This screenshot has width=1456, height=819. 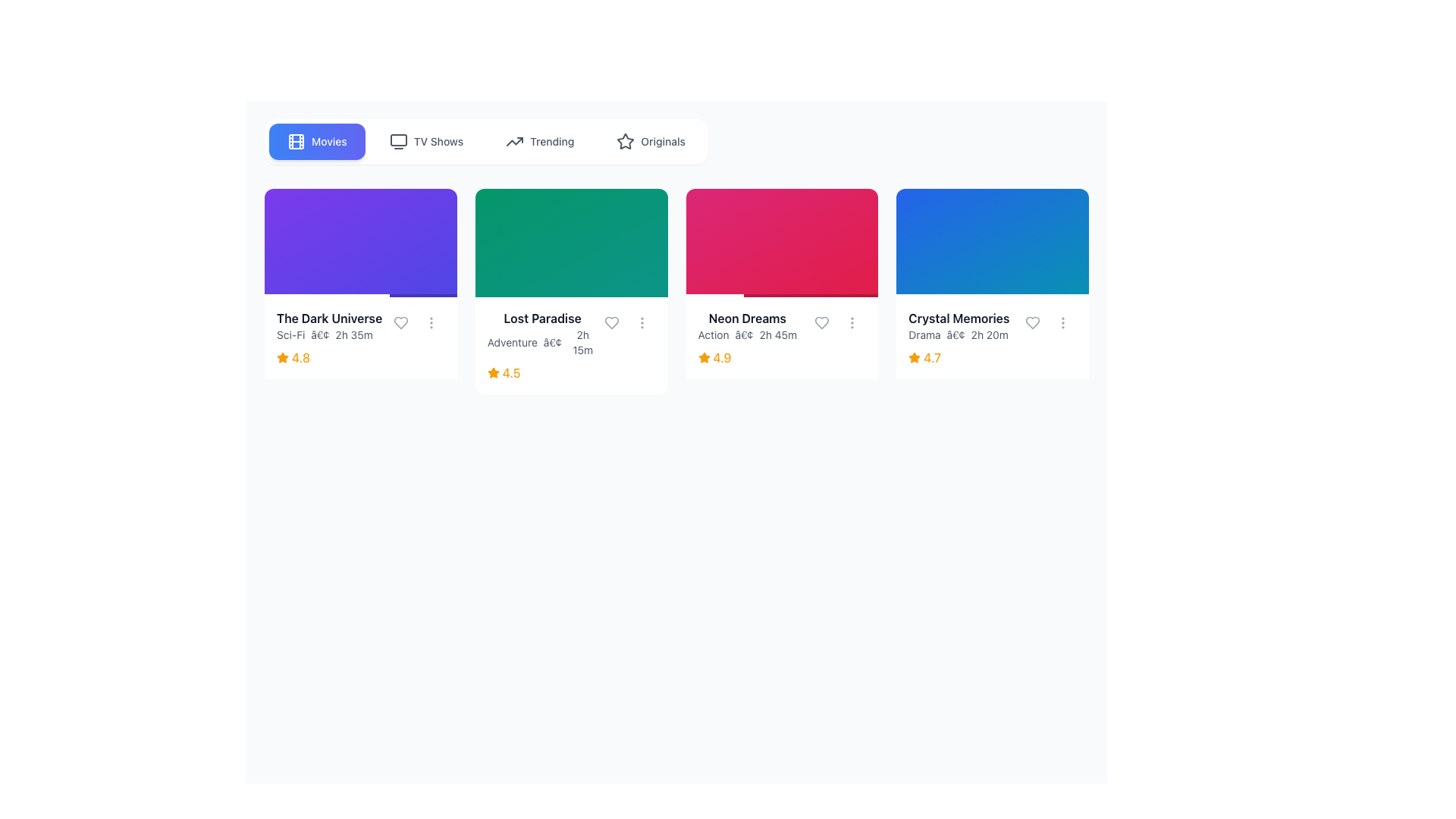 I want to click on rating value displayed as '4.5' in a medium font weight with a yellowish-orange color, located next to a star icon under the 'Lost Paradise' title, so click(x=511, y=372).